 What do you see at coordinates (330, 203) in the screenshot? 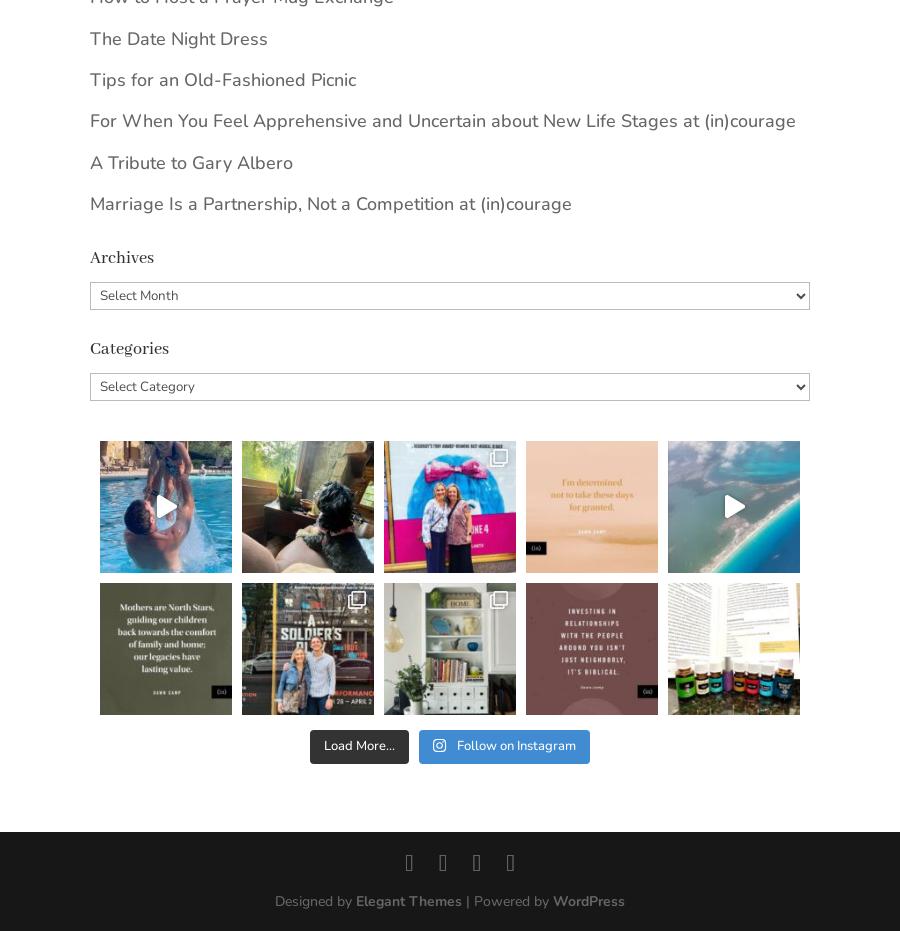
I see `'Marriage Is a Partnership, Not a Competition at (in)courage'` at bounding box center [330, 203].